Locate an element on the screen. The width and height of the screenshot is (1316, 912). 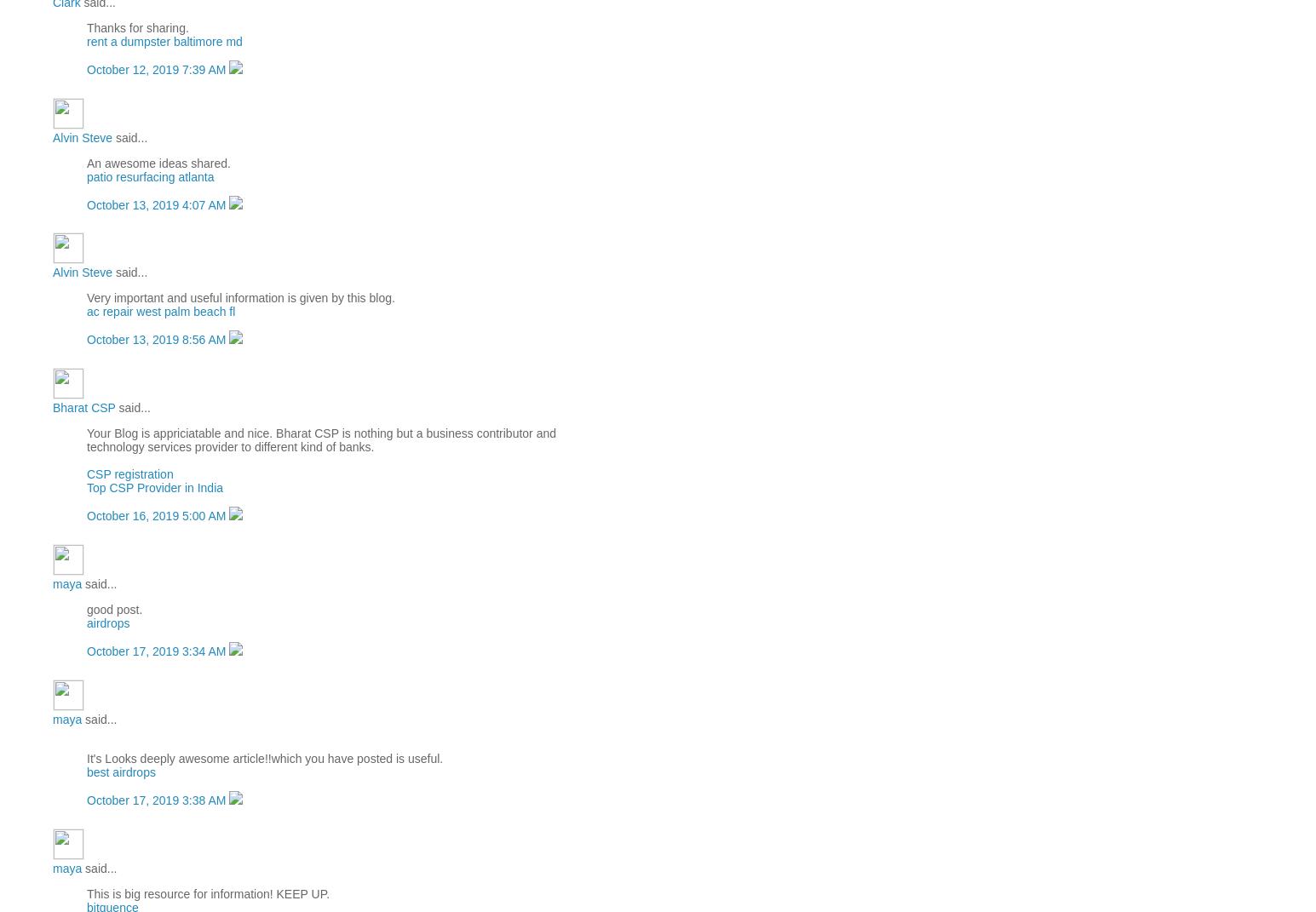
'Thanks for sharing.' is located at coordinates (137, 26).